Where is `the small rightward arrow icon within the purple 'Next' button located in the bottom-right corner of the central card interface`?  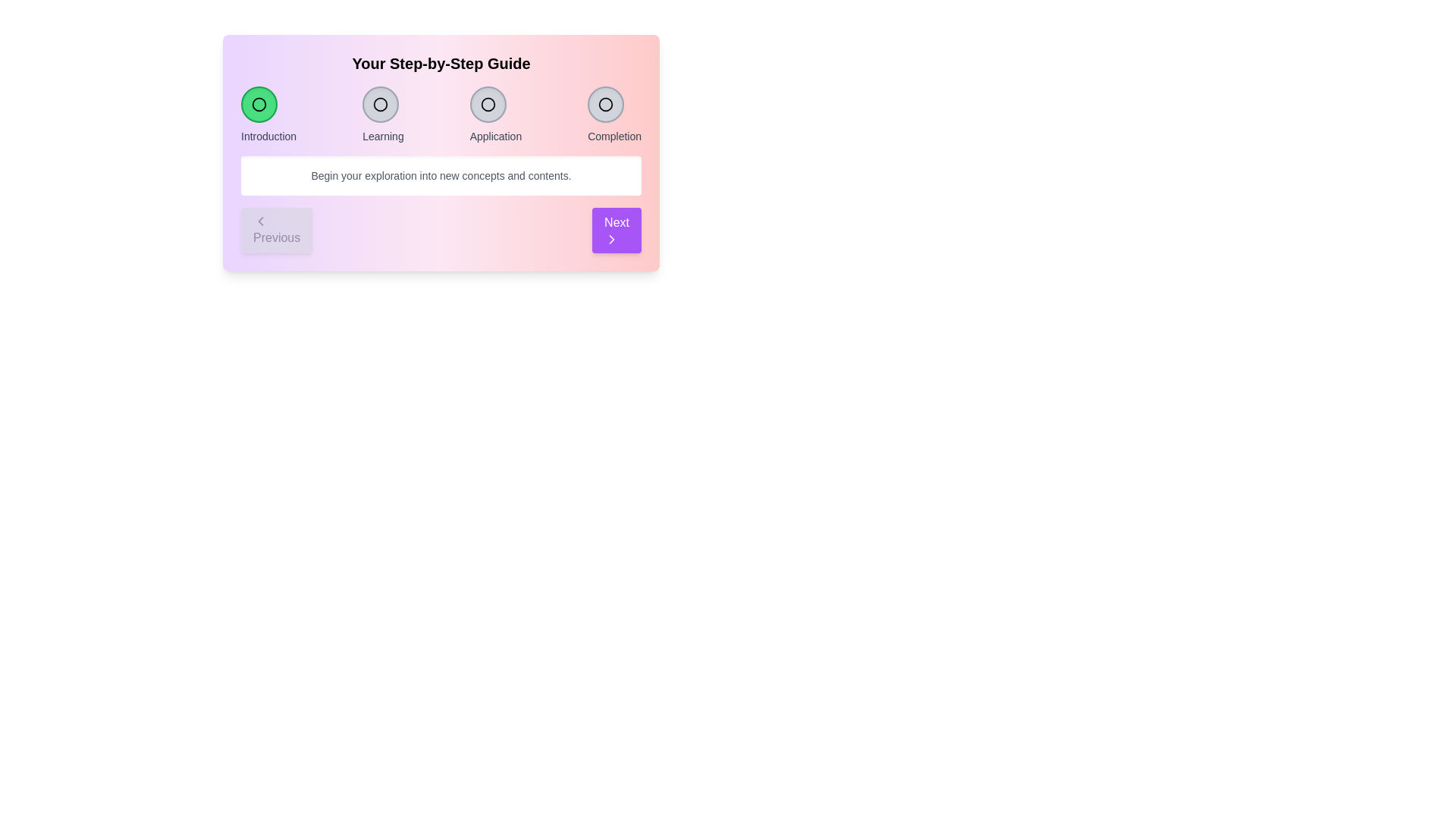
the small rightward arrow icon within the purple 'Next' button located in the bottom-right corner of the central card interface is located at coordinates (612, 239).